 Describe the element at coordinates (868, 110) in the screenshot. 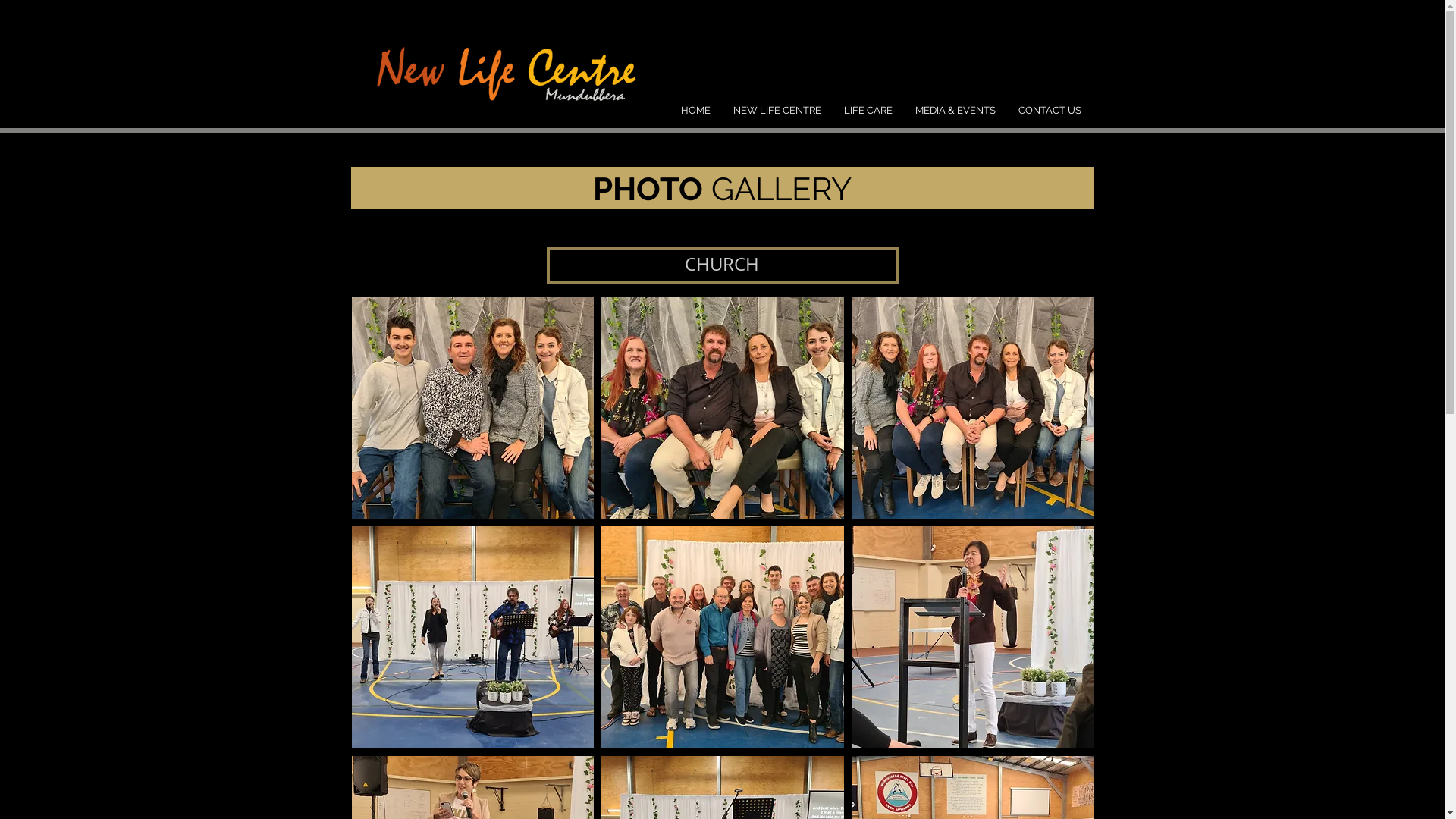

I see `'LIFE CARE'` at that location.